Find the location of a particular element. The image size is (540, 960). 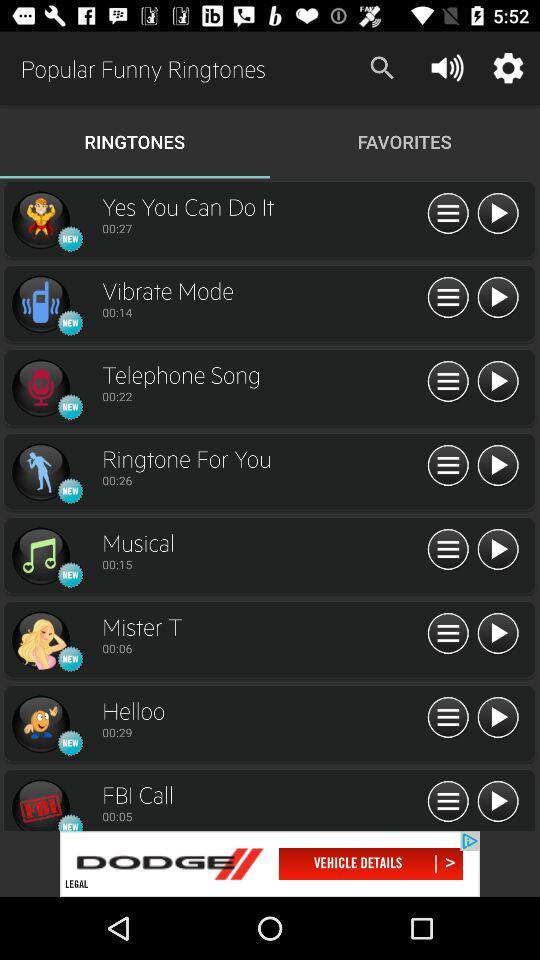

musical ringtone is located at coordinates (496, 550).